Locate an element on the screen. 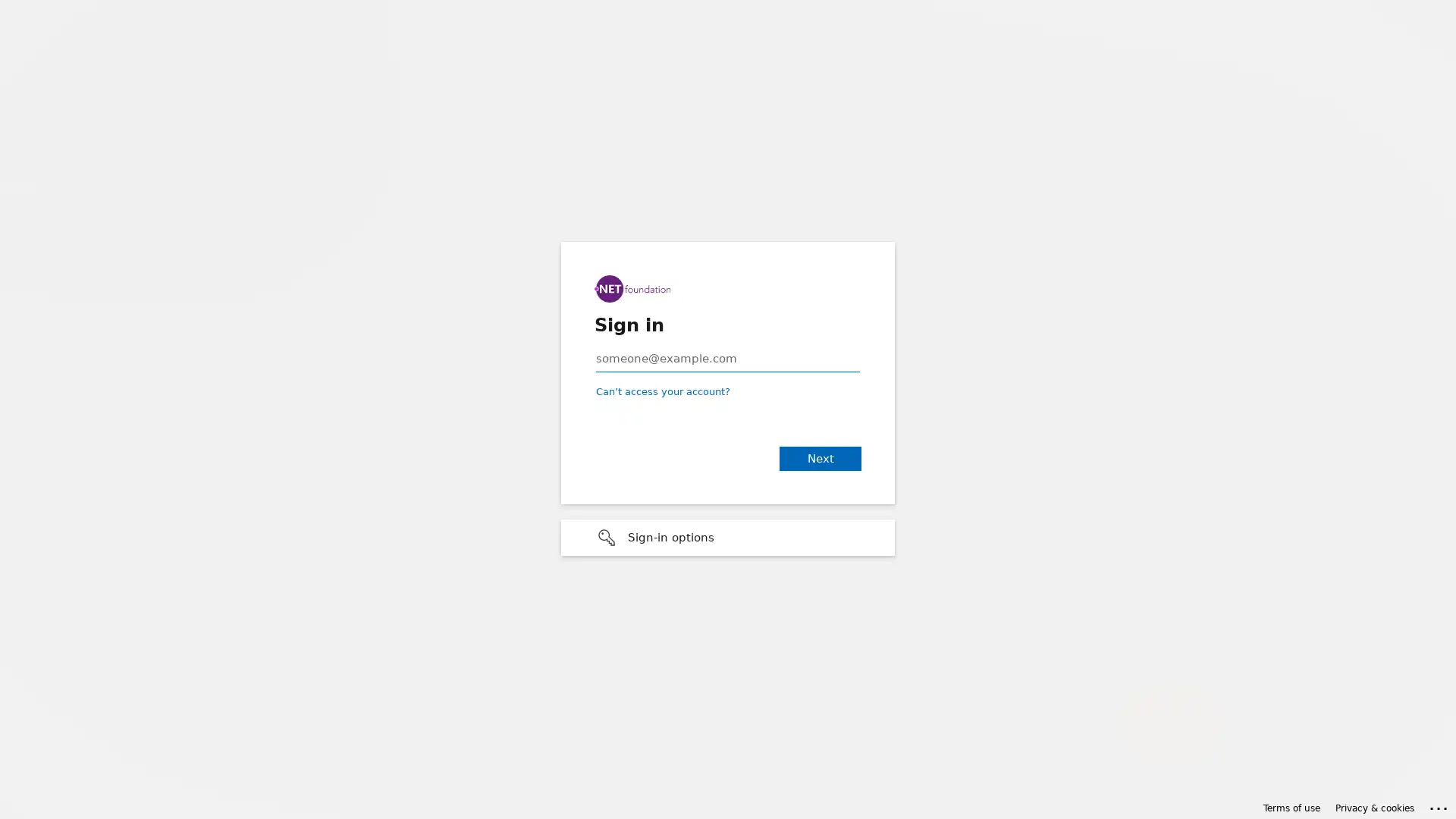 This screenshot has width=1456, height=819. Next is located at coordinates (819, 458).